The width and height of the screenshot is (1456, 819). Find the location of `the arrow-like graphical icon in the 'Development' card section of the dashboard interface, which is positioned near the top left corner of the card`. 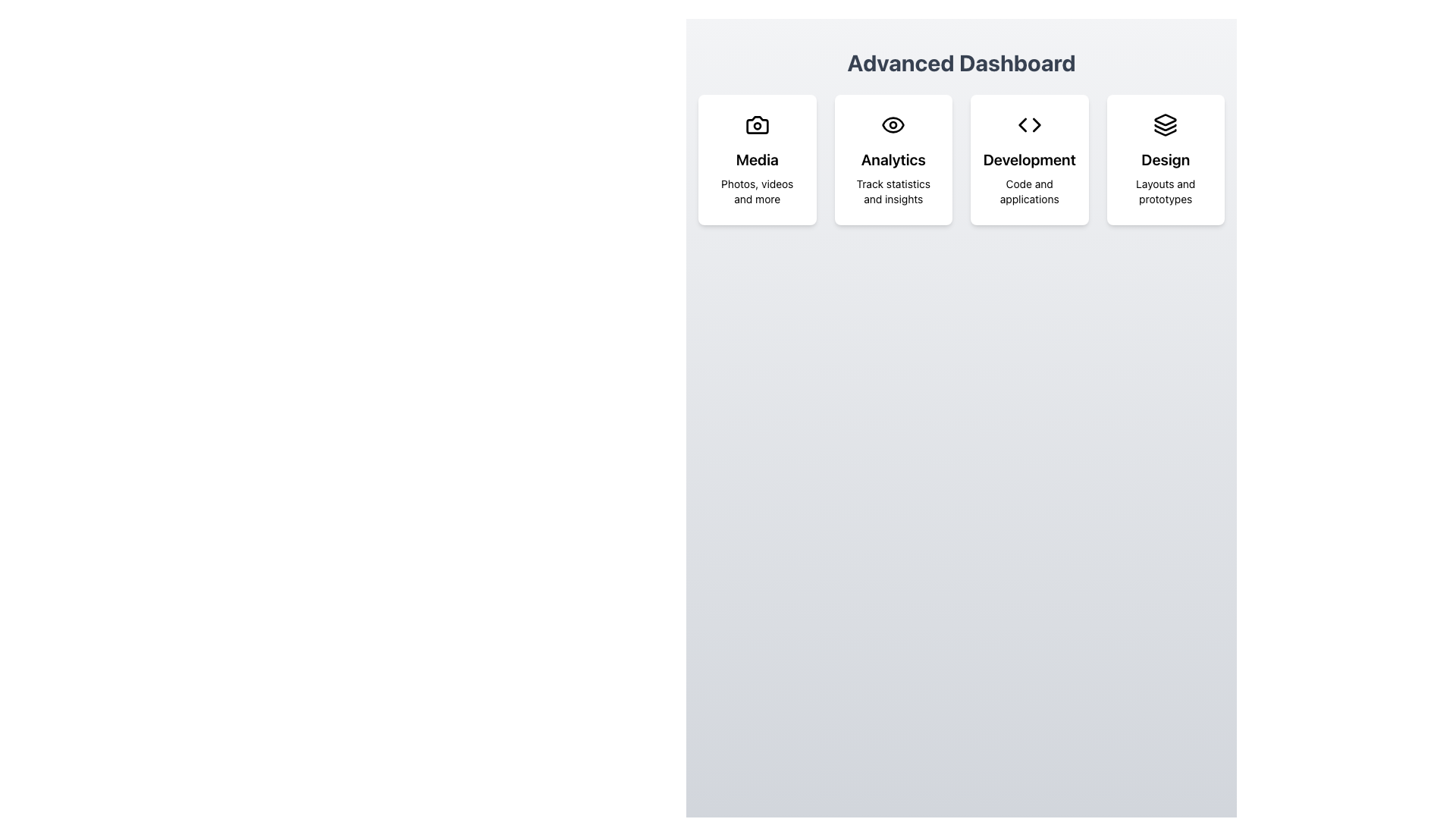

the arrow-like graphical icon in the 'Development' card section of the dashboard interface, which is positioned near the top left corner of the card is located at coordinates (1036, 124).